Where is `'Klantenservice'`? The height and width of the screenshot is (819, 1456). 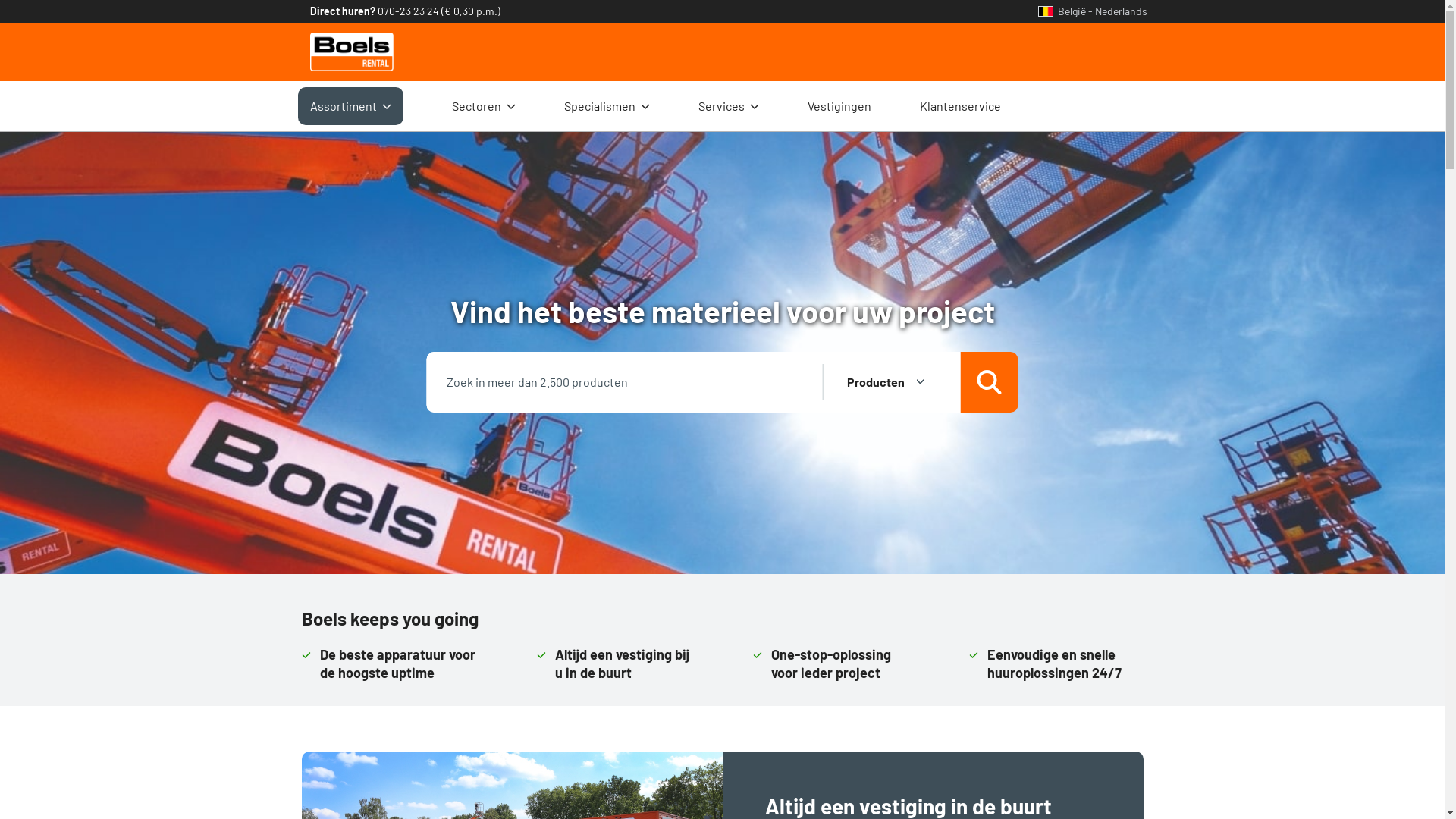 'Klantenservice' is located at coordinates (959, 105).